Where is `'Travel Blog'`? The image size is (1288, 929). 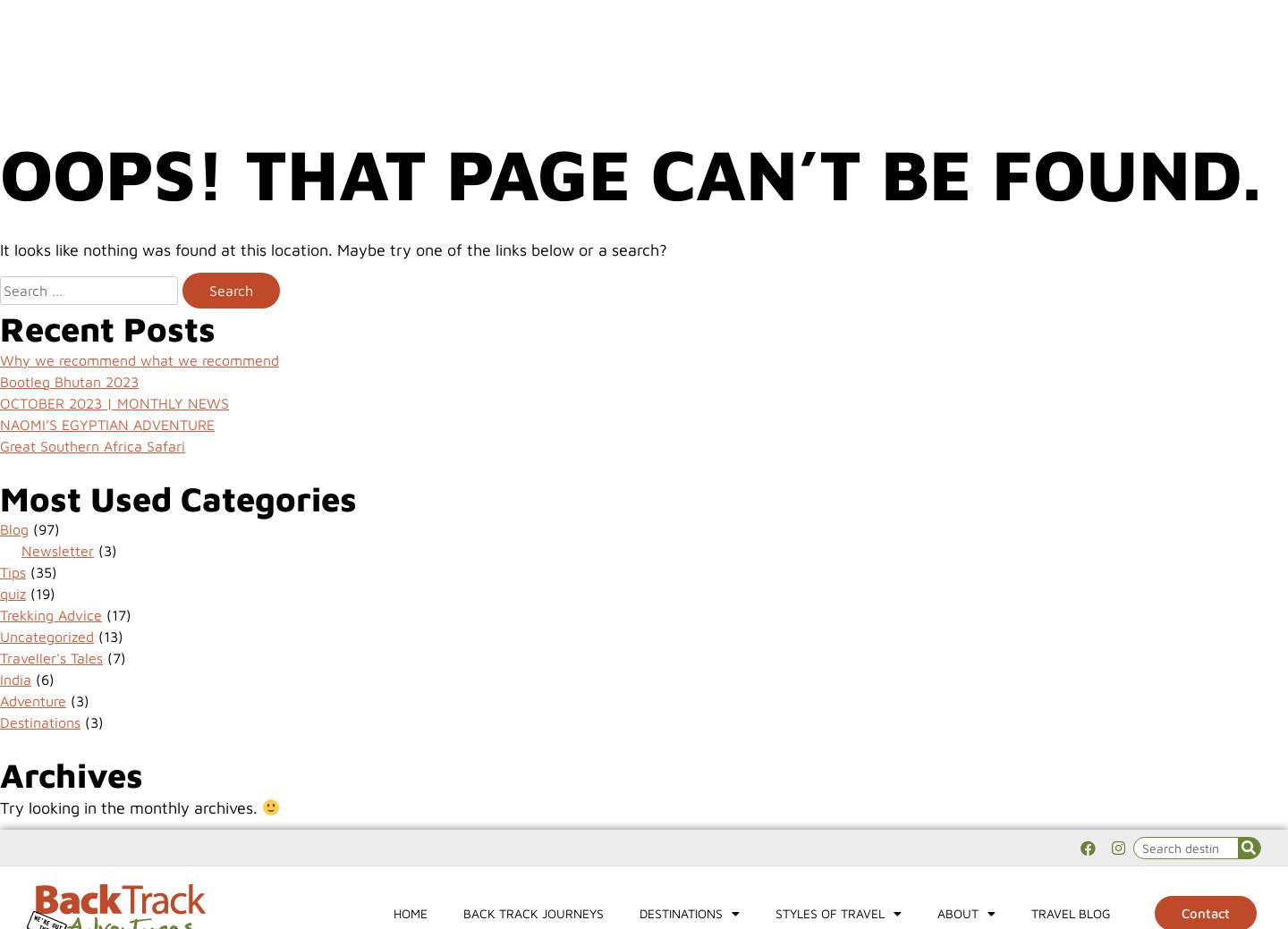 'Travel Blog' is located at coordinates (1071, 81).